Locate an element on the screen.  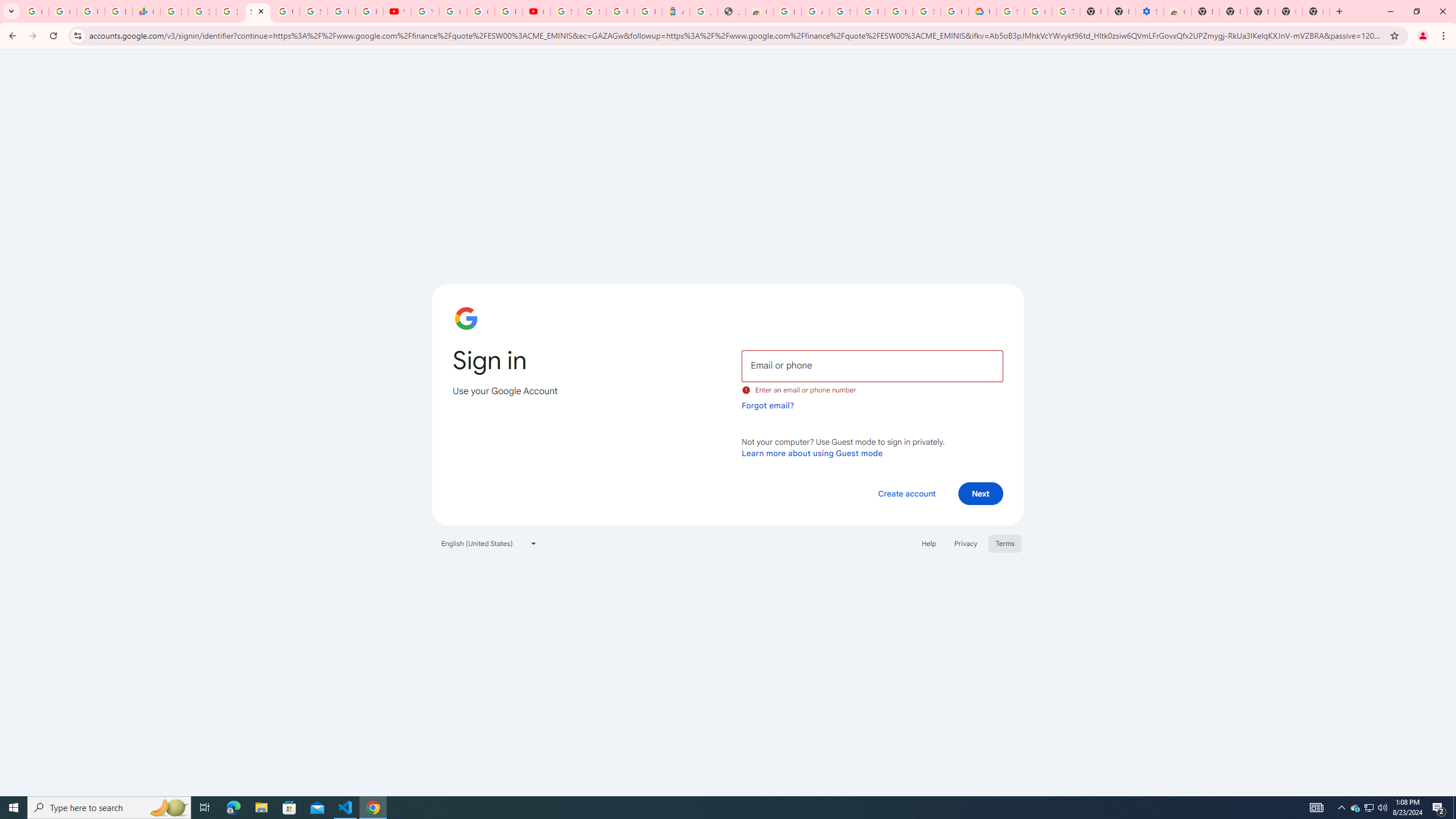
'YouTube' is located at coordinates (396, 11).